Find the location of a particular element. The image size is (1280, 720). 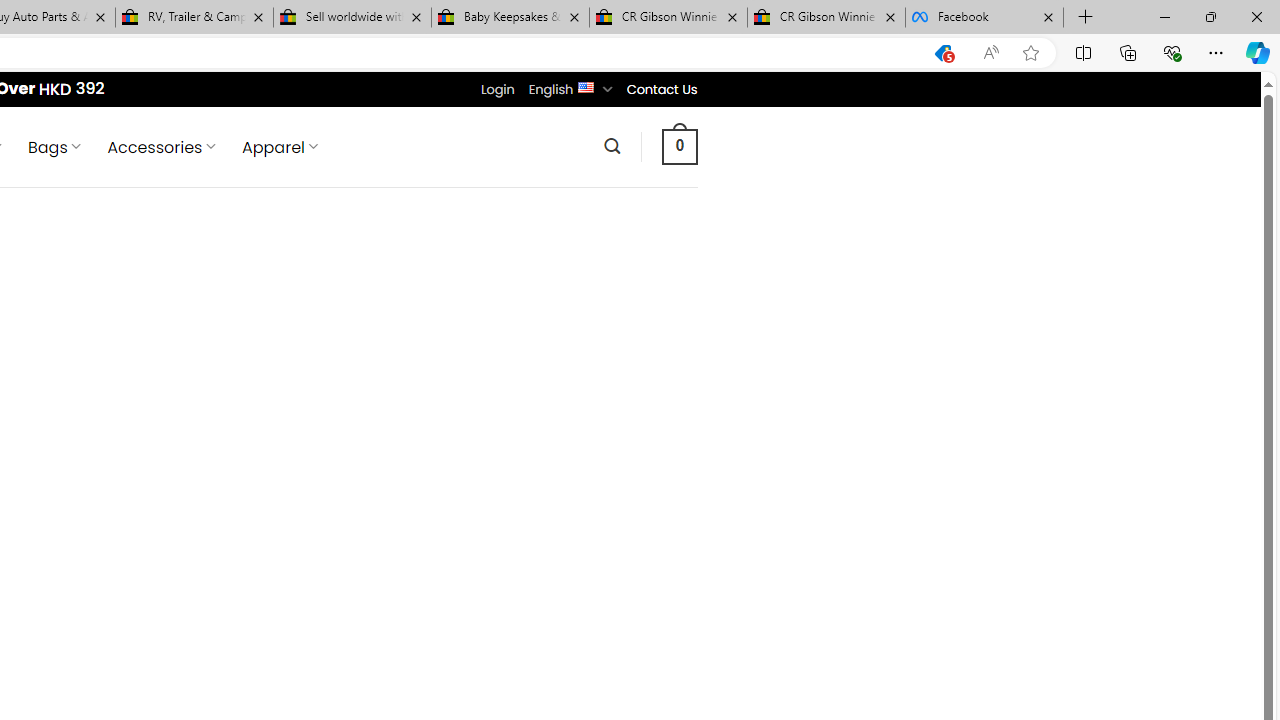

'This site has coupons! Shopping in Microsoft Edge, 5' is located at coordinates (942, 52).